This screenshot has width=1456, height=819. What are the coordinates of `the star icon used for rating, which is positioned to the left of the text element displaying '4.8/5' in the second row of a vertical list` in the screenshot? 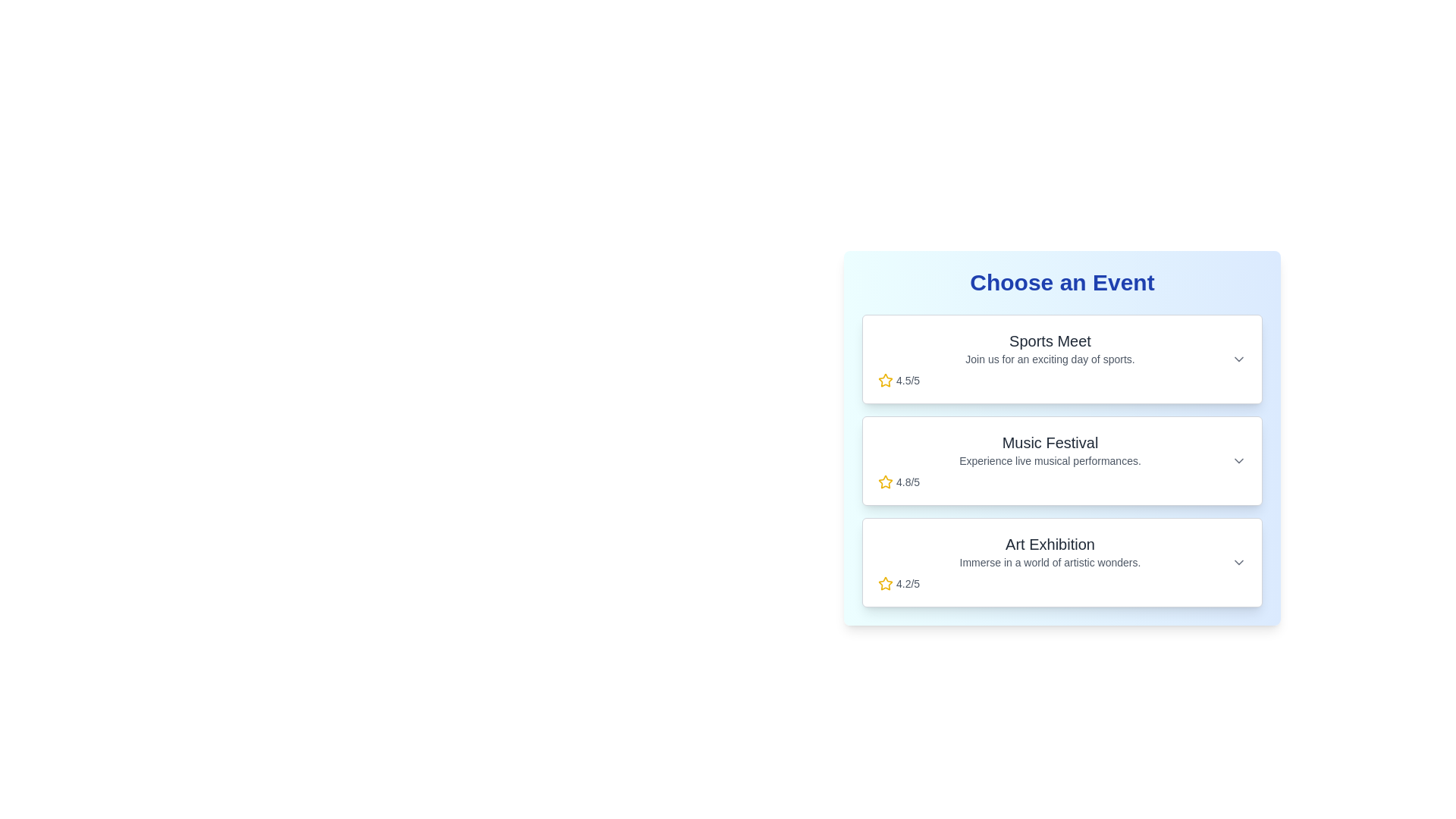 It's located at (885, 482).